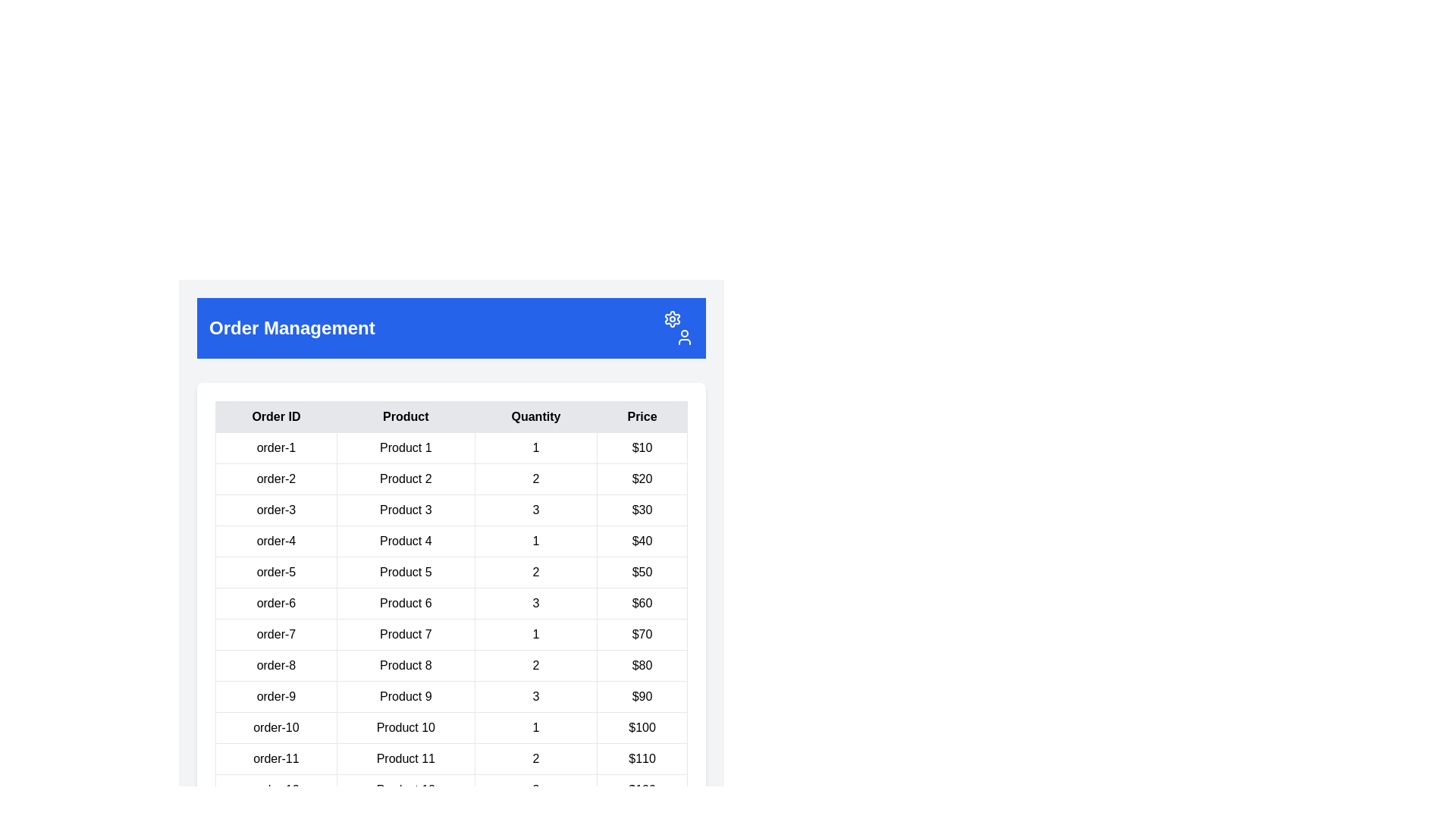  I want to click on the static text element displaying 'Product 2' in the second column of the data table, which is located in the second row, so click(406, 479).